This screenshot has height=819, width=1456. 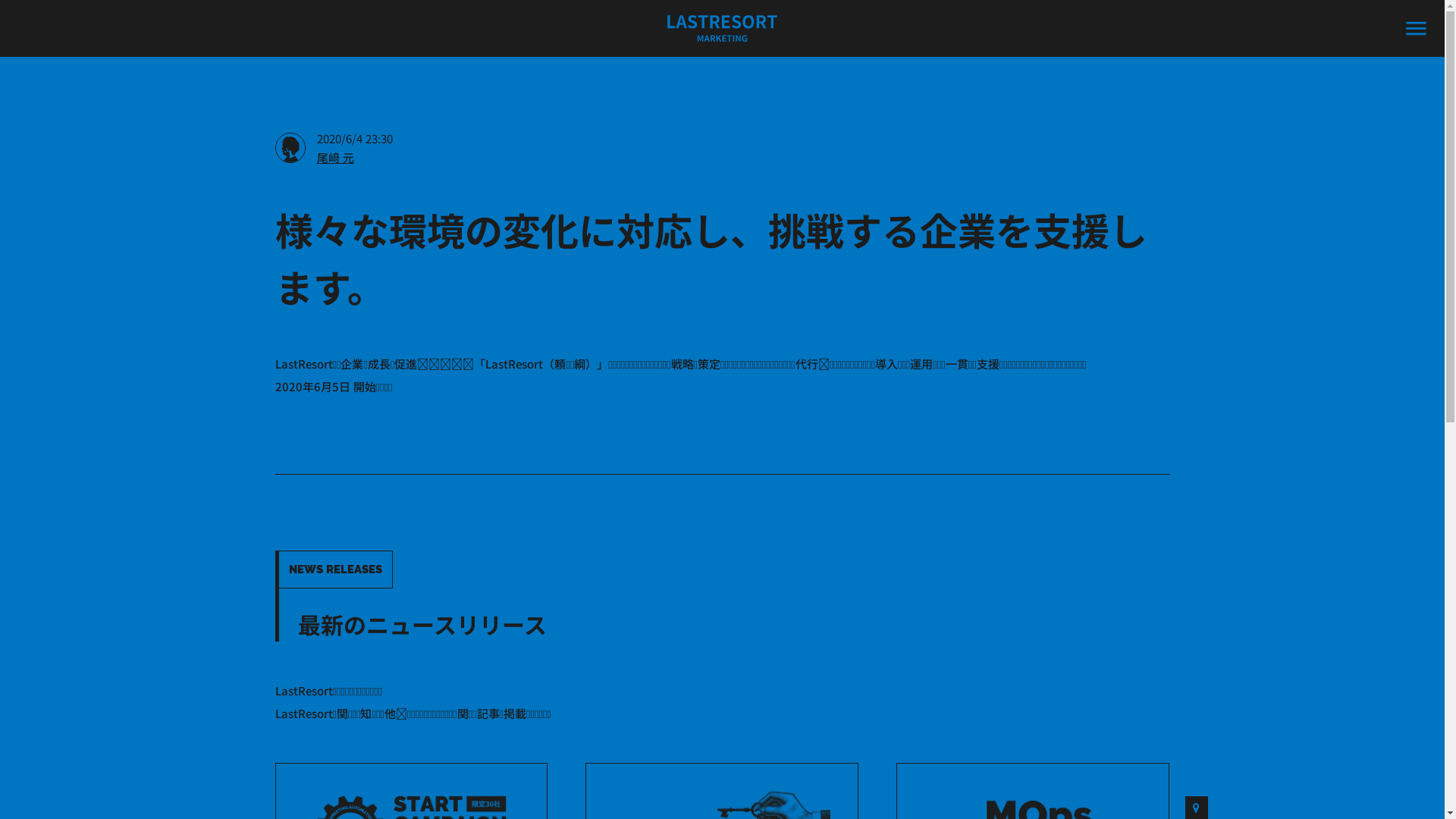 I want to click on 'menu', so click(x=1415, y=28).